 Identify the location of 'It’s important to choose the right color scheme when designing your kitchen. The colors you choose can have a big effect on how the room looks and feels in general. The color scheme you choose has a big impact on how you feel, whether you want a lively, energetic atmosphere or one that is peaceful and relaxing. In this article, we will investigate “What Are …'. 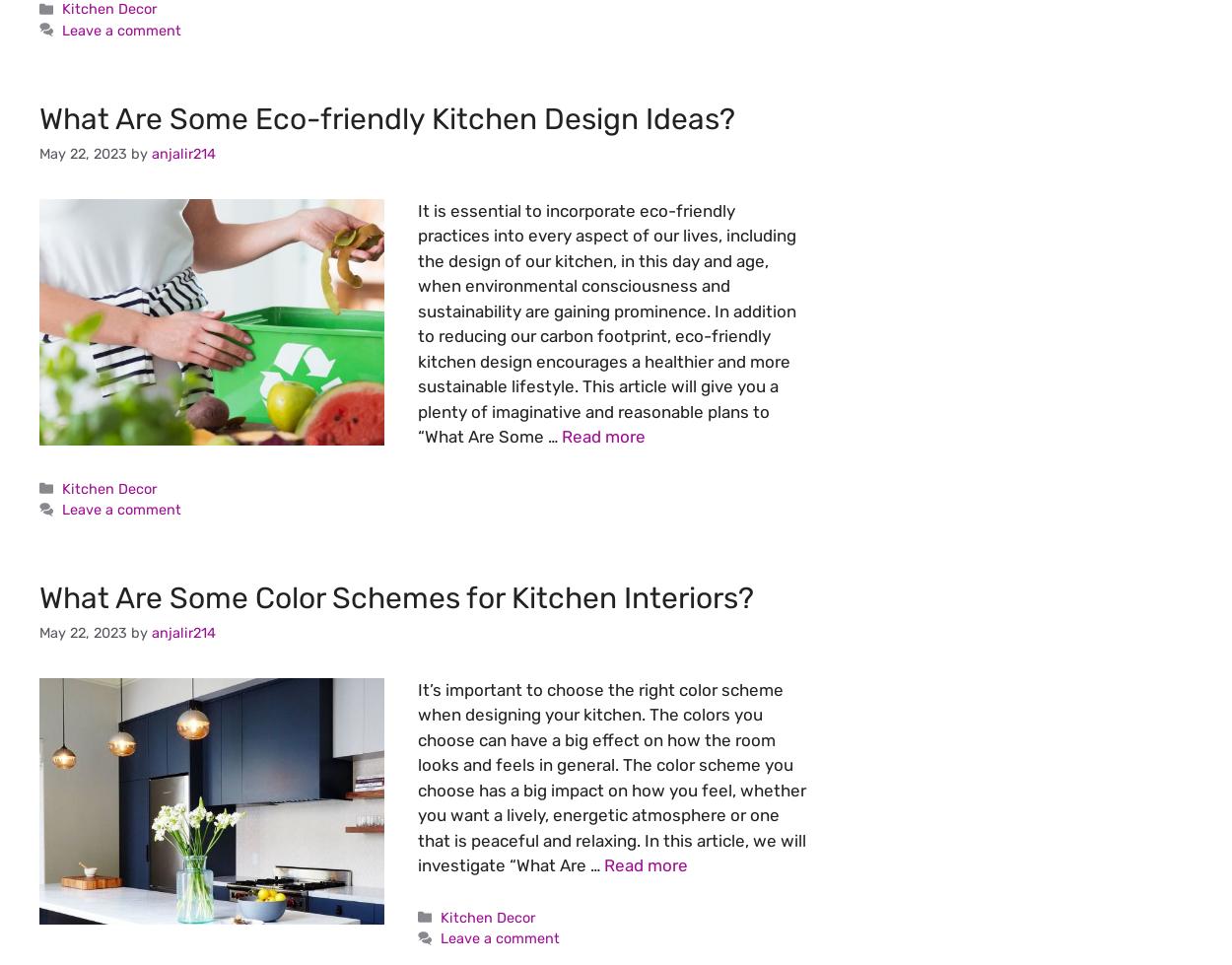
(611, 776).